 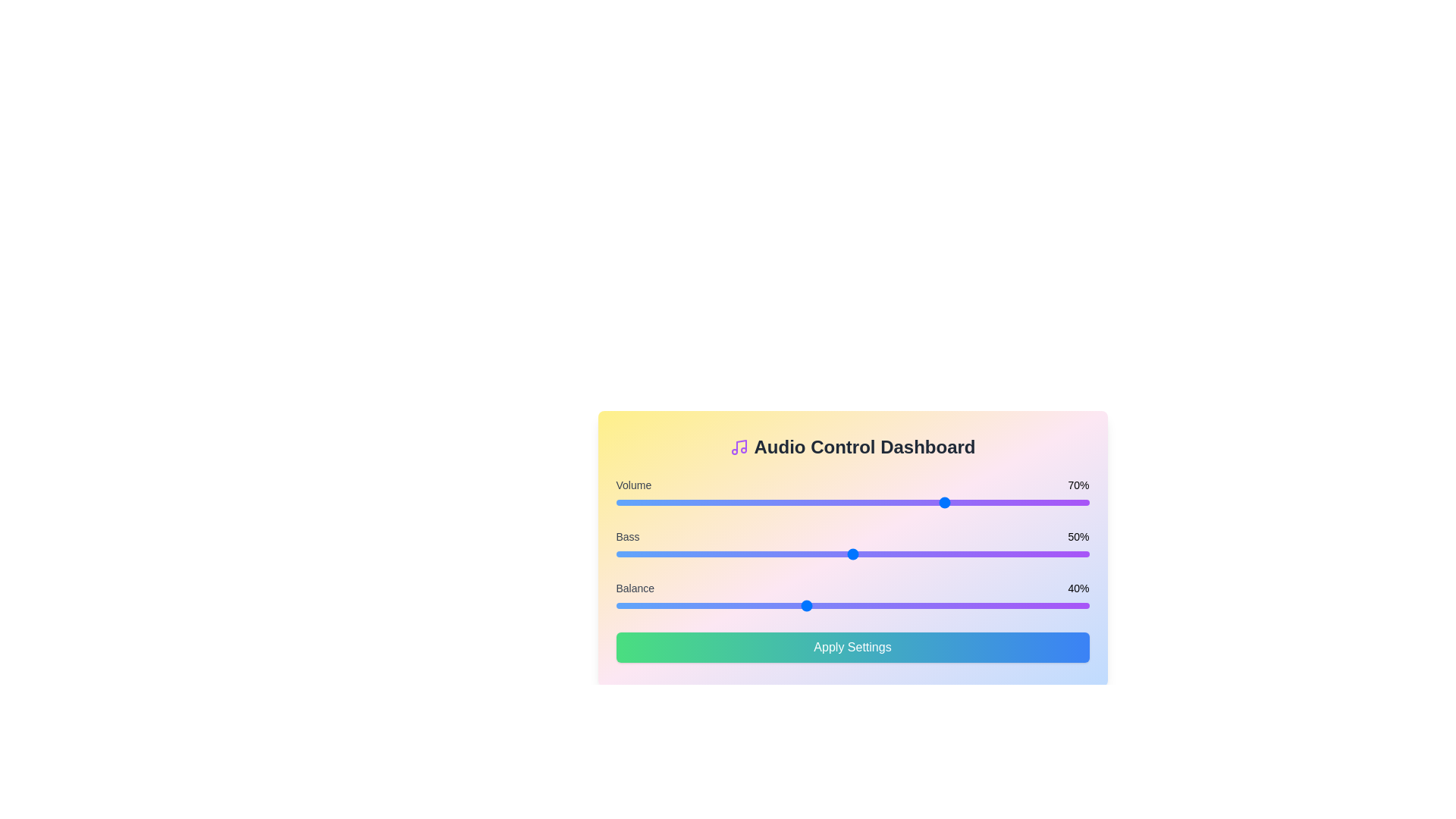 I want to click on bass level, so click(x=667, y=554).